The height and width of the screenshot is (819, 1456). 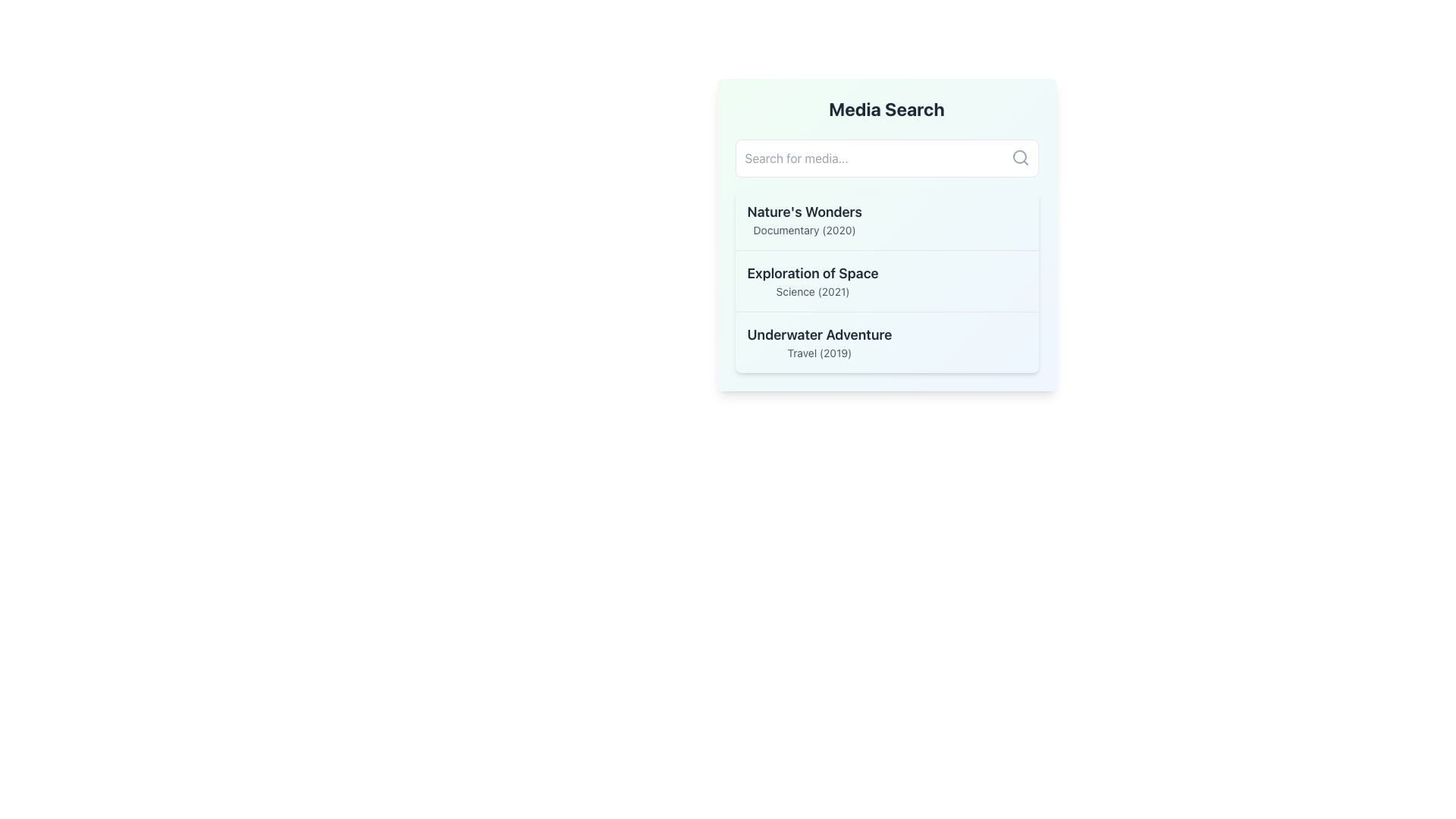 What do you see at coordinates (811, 281) in the screenshot?
I see `the list item titled 'Exploration of Space (2021)'` at bounding box center [811, 281].